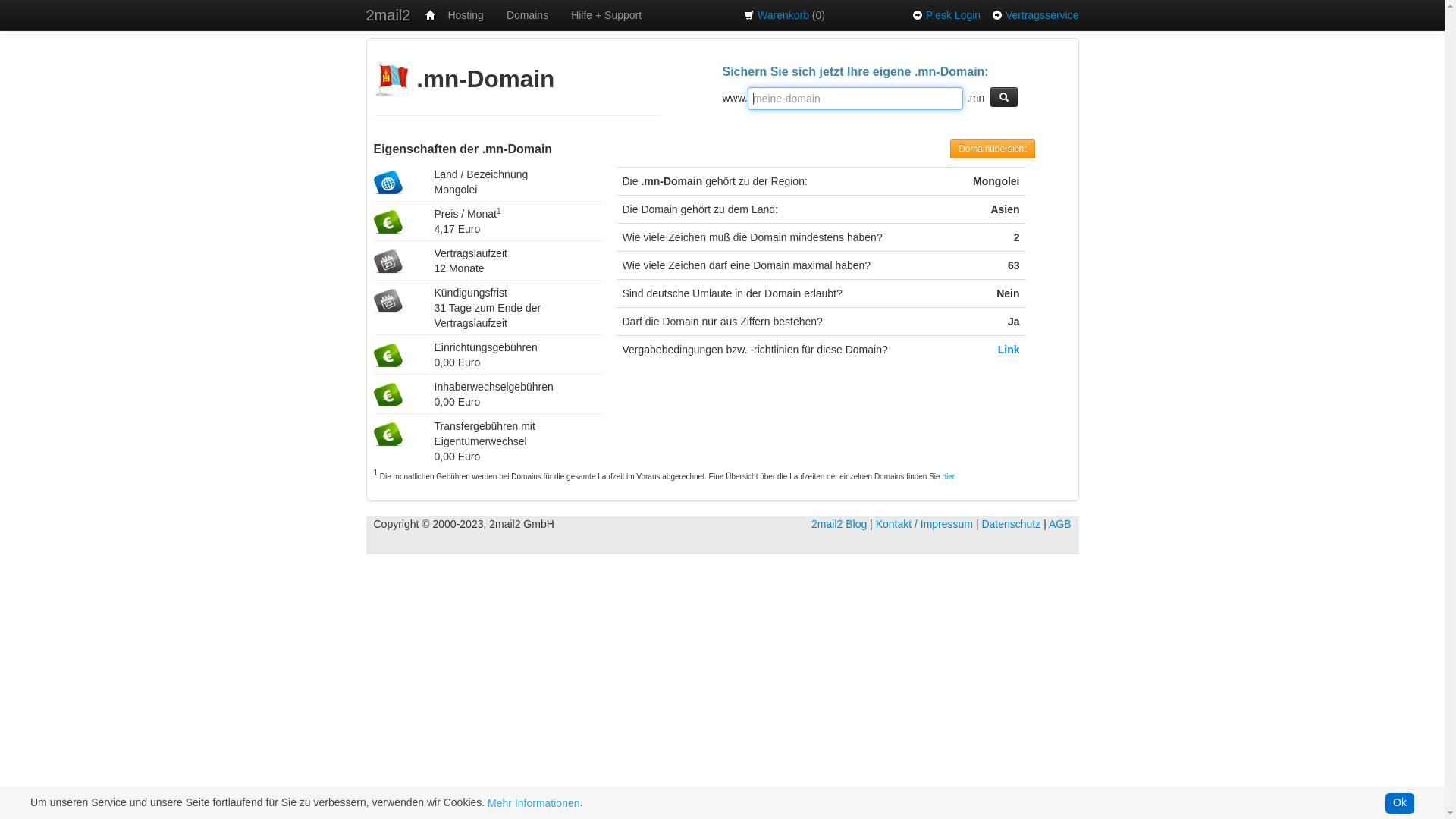 The height and width of the screenshot is (819, 1456). I want to click on '2mail2', so click(388, 14).